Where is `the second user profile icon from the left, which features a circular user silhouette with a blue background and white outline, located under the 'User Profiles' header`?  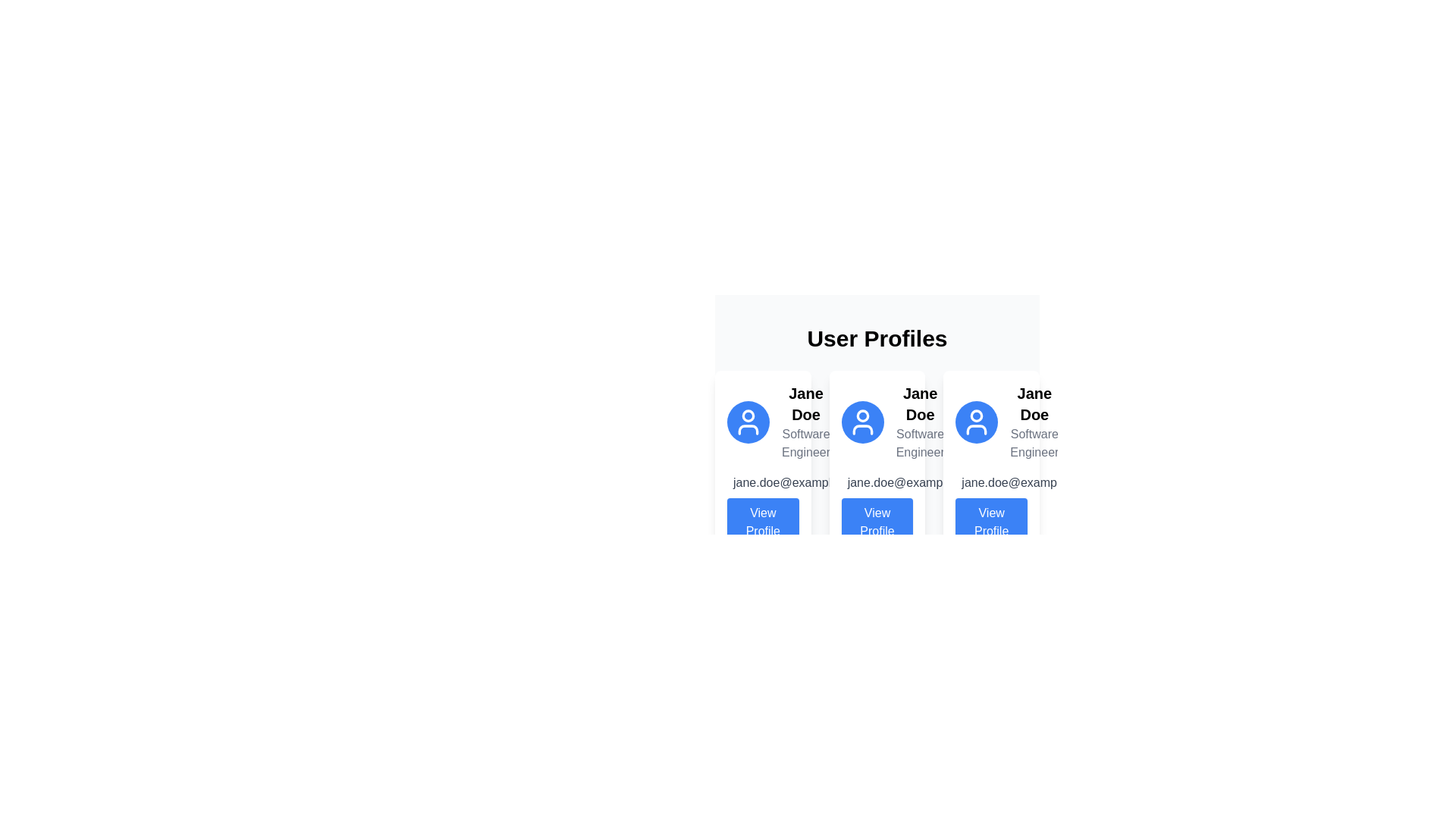 the second user profile icon from the left, which features a circular user silhouette with a blue background and white outline, located under the 'User Profiles' header is located at coordinates (862, 422).